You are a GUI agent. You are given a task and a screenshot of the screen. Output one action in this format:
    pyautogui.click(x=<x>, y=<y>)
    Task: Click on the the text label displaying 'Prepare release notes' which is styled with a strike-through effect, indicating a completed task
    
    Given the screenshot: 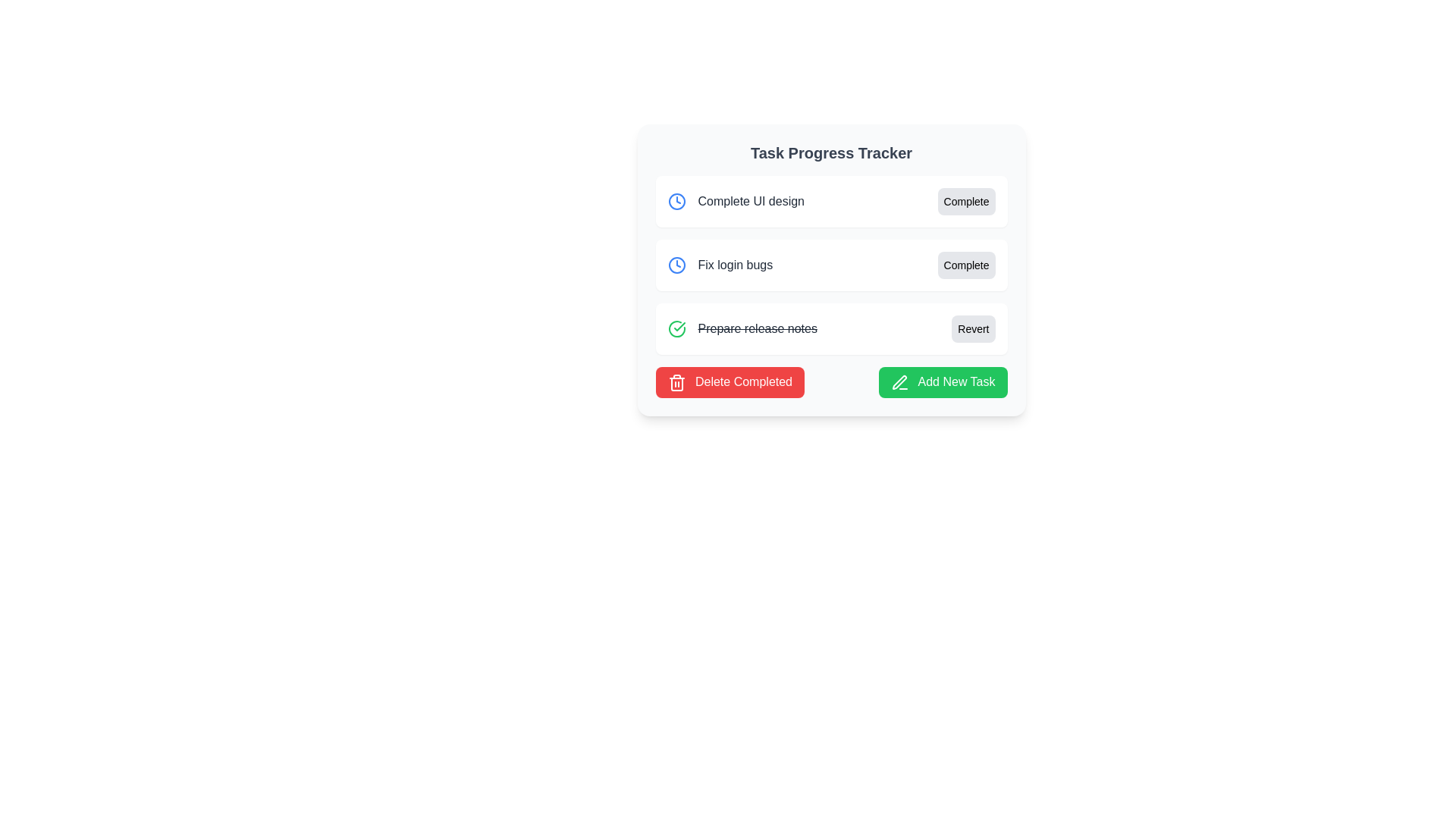 What is the action you would take?
    pyautogui.click(x=758, y=328)
    